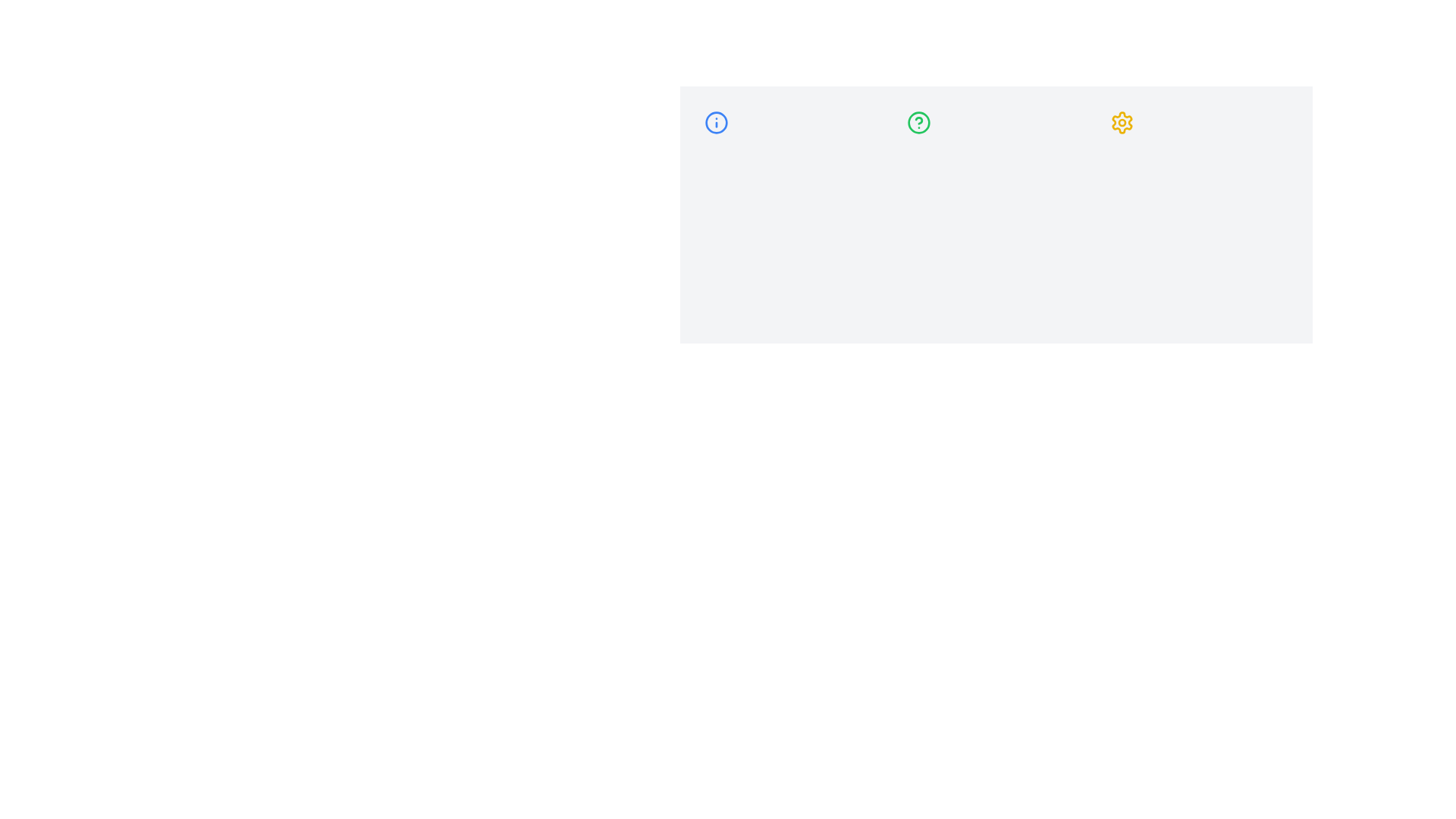 The width and height of the screenshot is (1456, 819). I want to click on the background circle of the icon located at the top-left corner of the interface, so click(716, 122).